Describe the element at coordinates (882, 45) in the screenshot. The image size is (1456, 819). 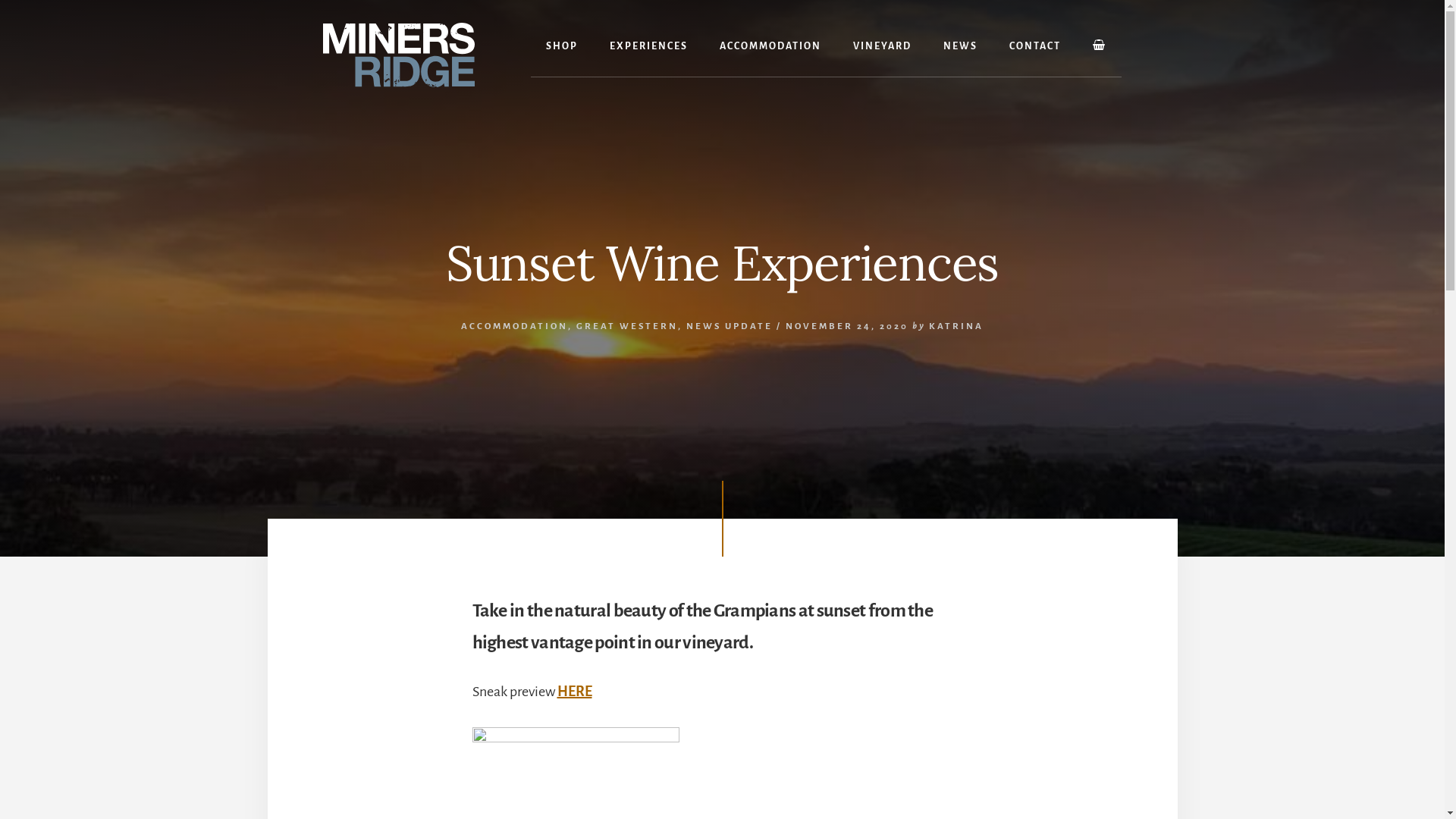
I see `'VINEYARD'` at that location.